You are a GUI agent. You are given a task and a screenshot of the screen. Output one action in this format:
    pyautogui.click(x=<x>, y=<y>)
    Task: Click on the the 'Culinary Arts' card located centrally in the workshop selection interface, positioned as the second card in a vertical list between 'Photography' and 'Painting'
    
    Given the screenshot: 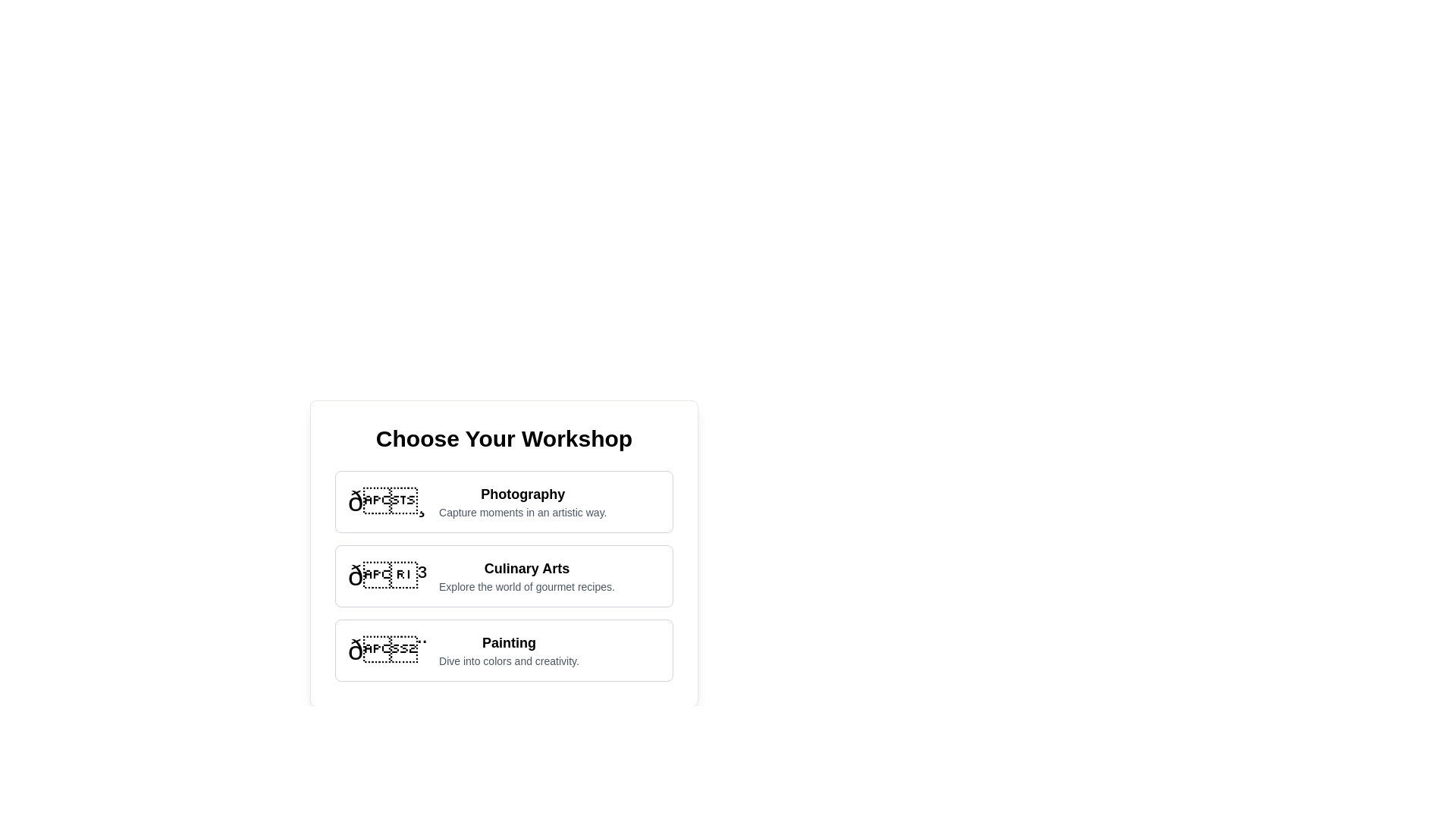 What is the action you would take?
    pyautogui.click(x=504, y=576)
    